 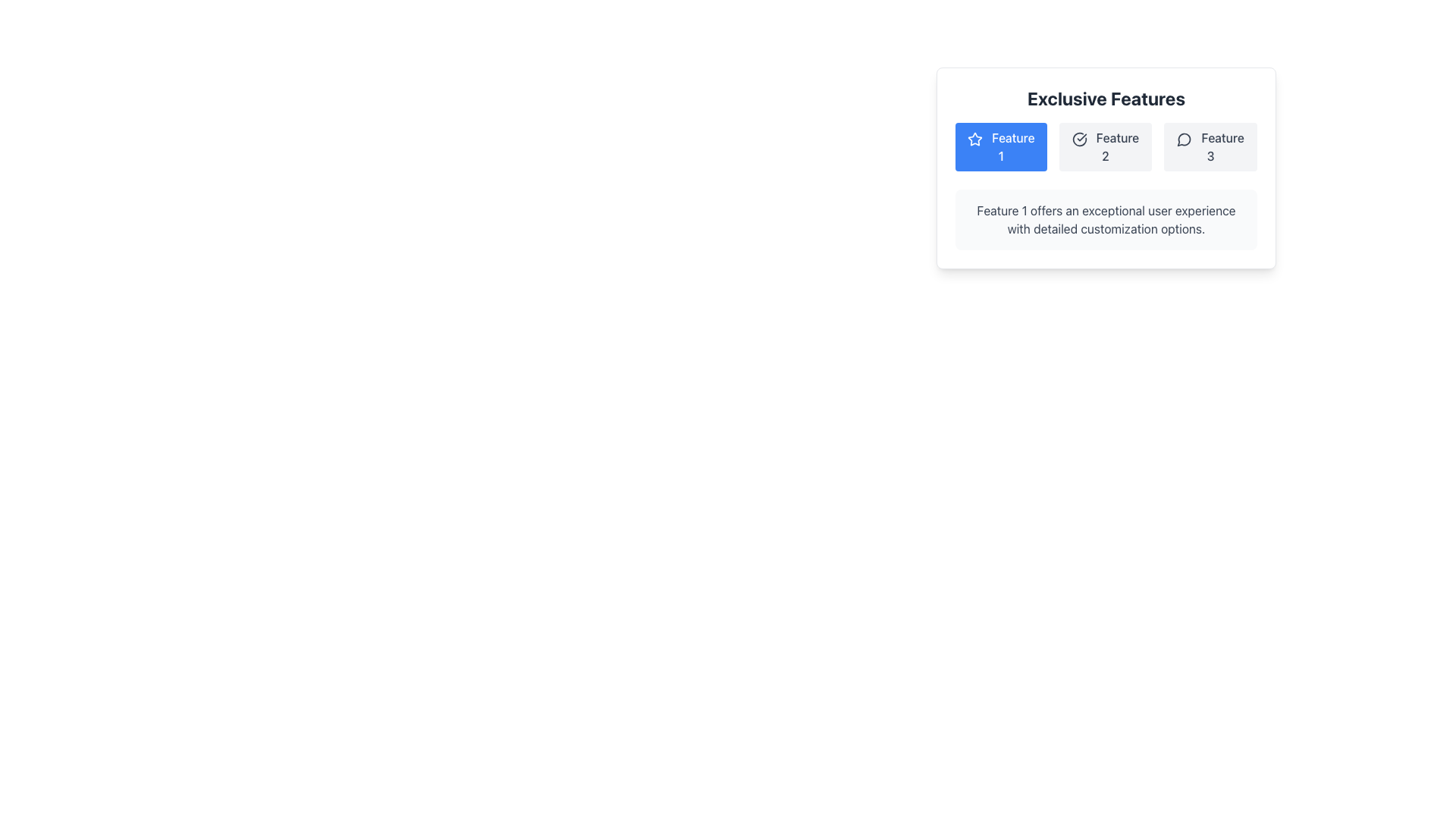 What do you see at coordinates (1106, 219) in the screenshot?
I see `the Text block that provides descriptive information related to the selected feature, positioned below the 'Exclusive Features' header and under the 'Feature 1' button` at bounding box center [1106, 219].